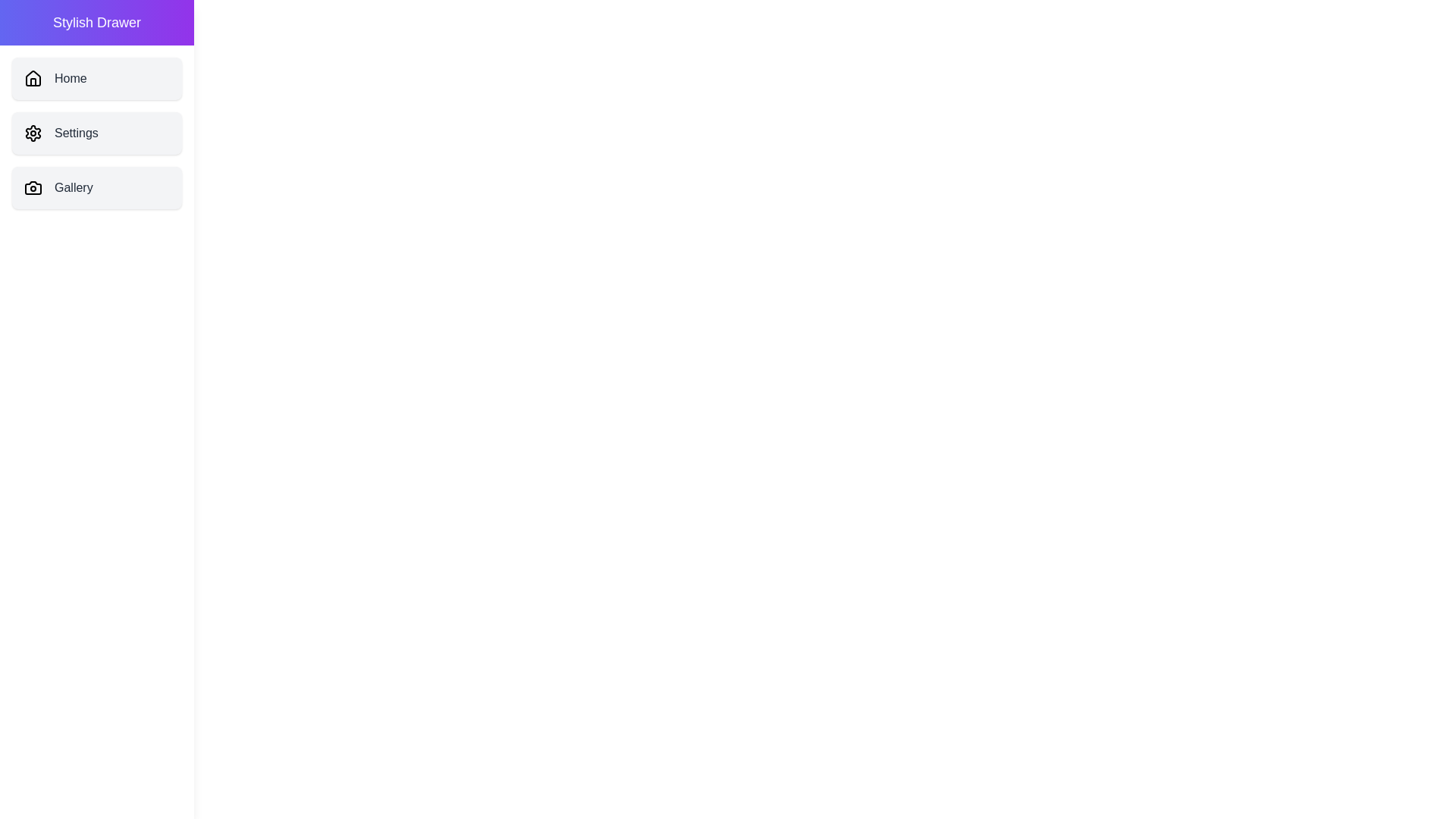  What do you see at coordinates (96, 79) in the screenshot?
I see `the menu item Home from the StylishDrawer component` at bounding box center [96, 79].